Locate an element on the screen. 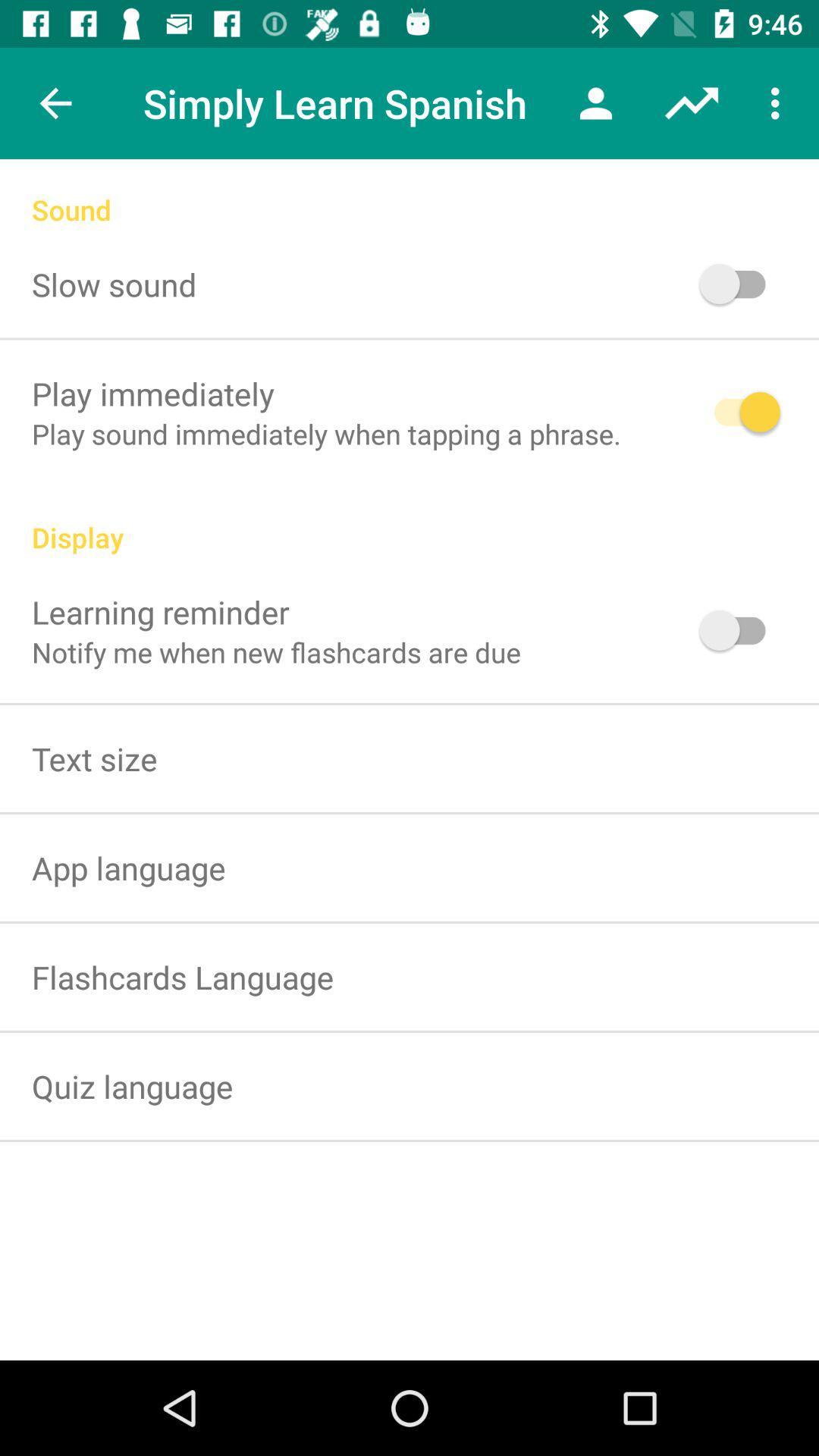 The height and width of the screenshot is (1456, 819). the display icon is located at coordinates (409, 521).